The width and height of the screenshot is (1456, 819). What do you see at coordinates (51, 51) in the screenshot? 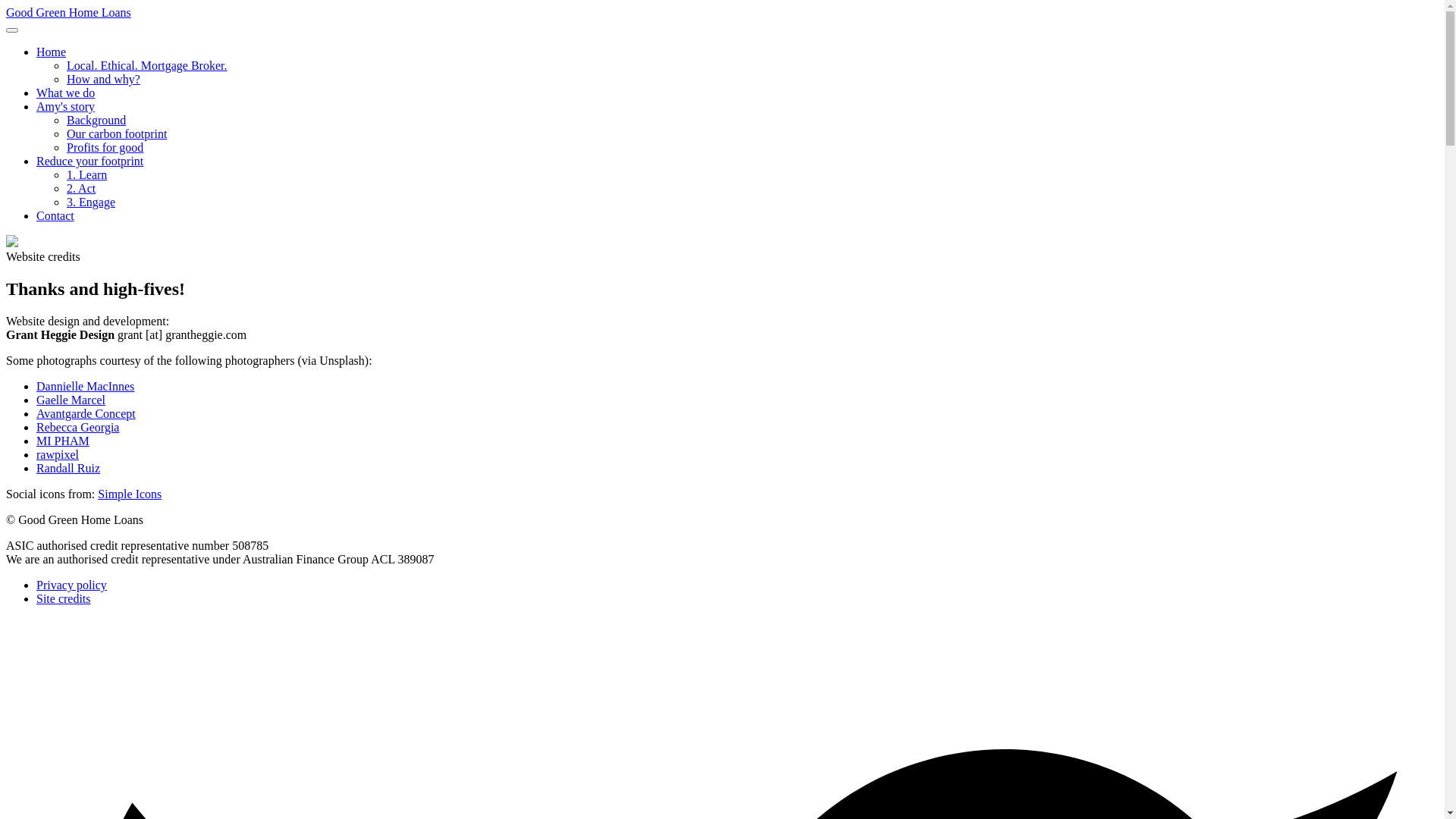
I see `'Home'` at bounding box center [51, 51].